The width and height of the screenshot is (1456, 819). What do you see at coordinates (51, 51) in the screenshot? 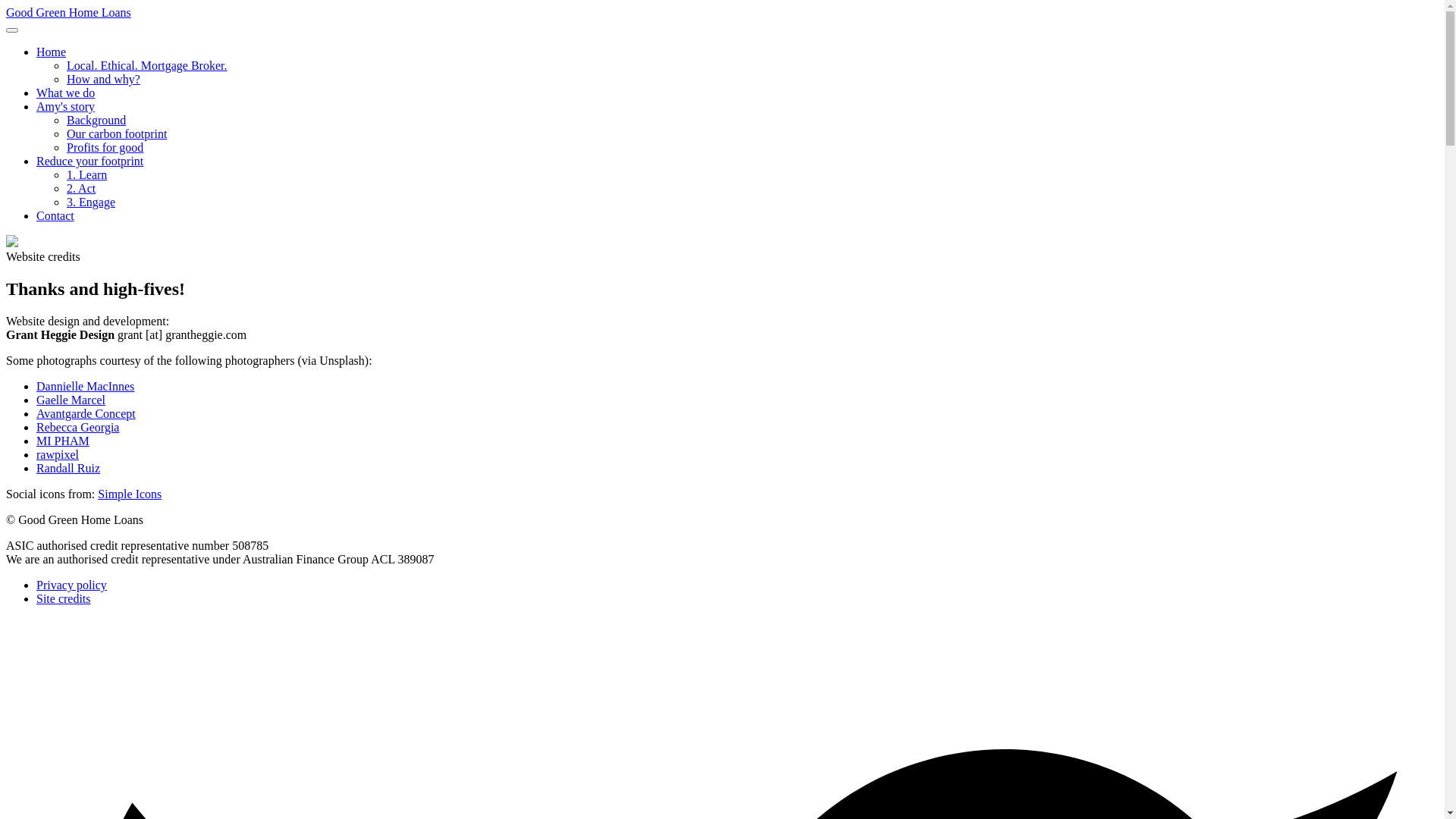
I see `'Home'` at bounding box center [51, 51].